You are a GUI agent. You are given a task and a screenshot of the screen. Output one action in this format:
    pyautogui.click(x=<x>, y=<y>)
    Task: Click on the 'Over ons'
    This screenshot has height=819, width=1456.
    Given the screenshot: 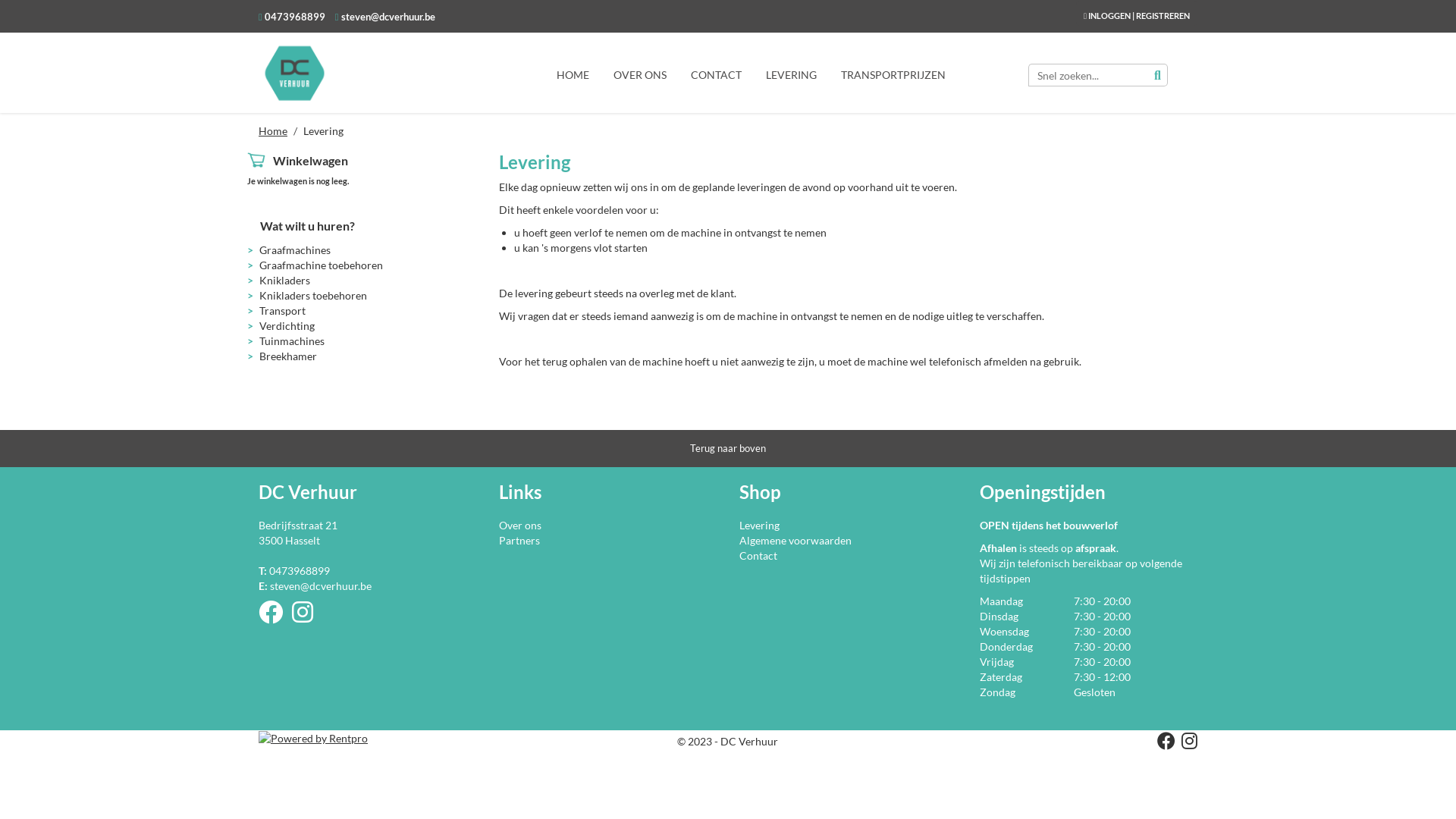 What is the action you would take?
    pyautogui.click(x=520, y=524)
    